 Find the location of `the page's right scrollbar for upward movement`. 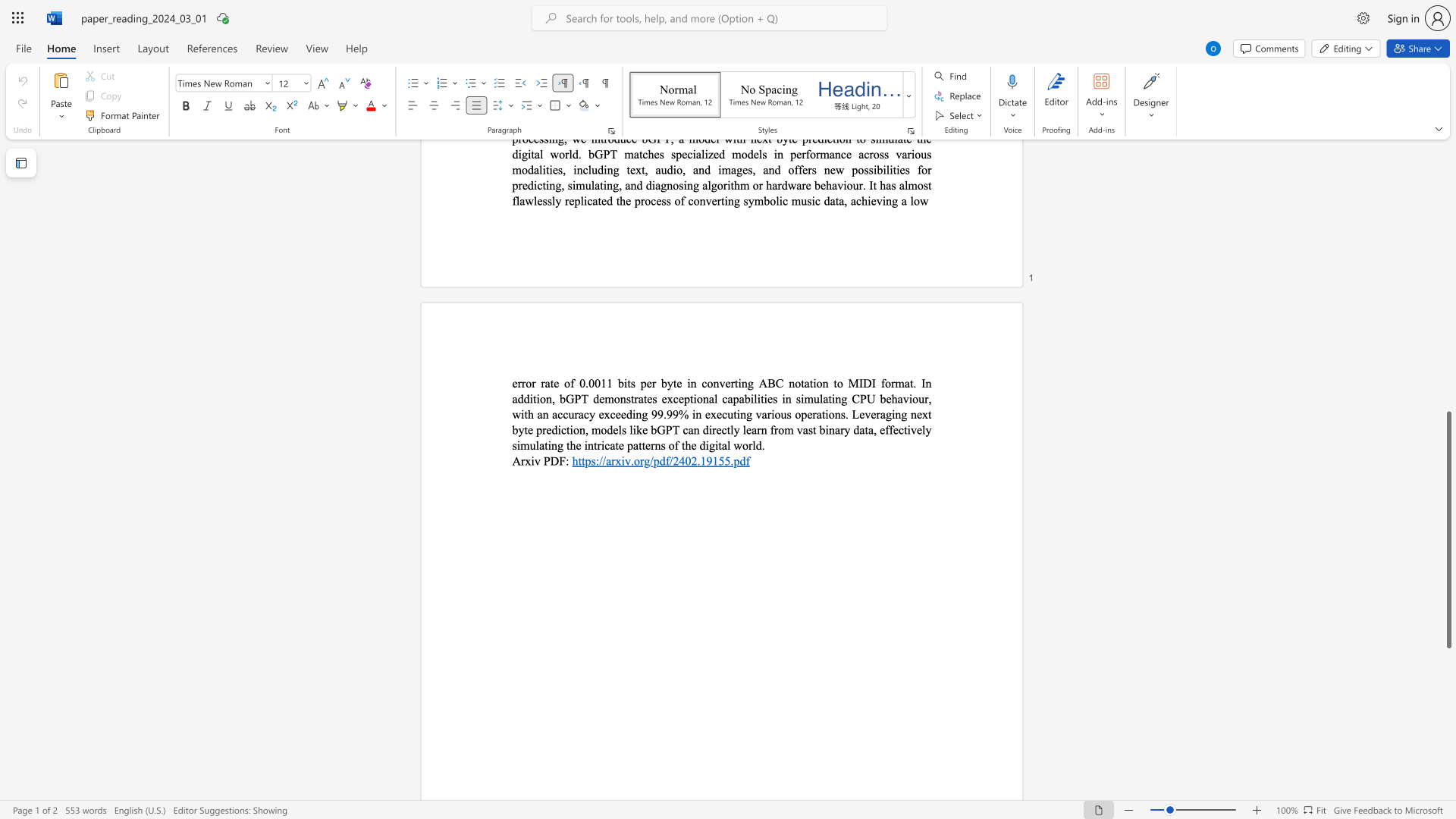

the page's right scrollbar for upward movement is located at coordinates (1448, 325).